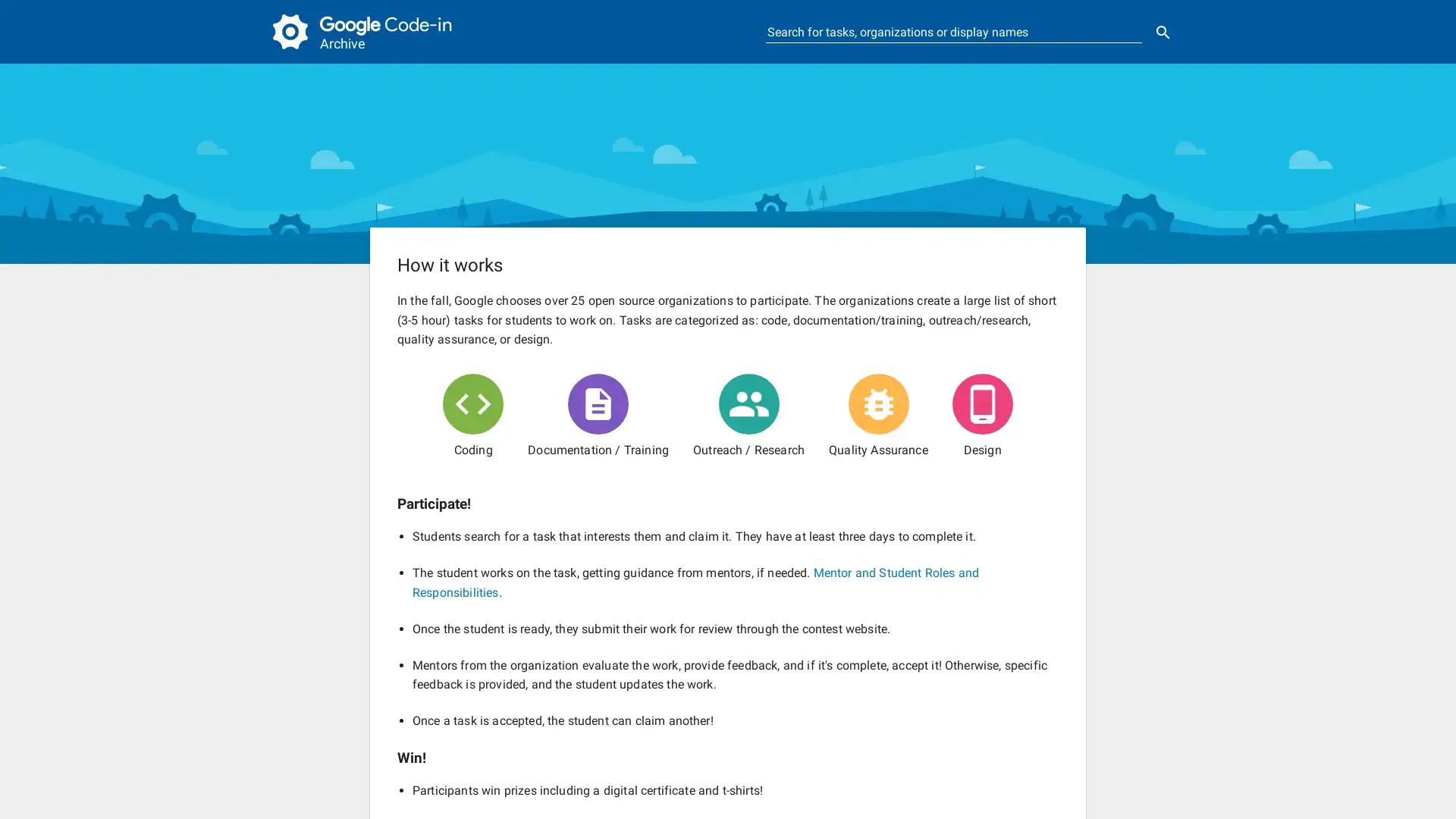  What do you see at coordinates (1163, 32) in the screenshot?
I see `search` at bounding box center [1163, 32].